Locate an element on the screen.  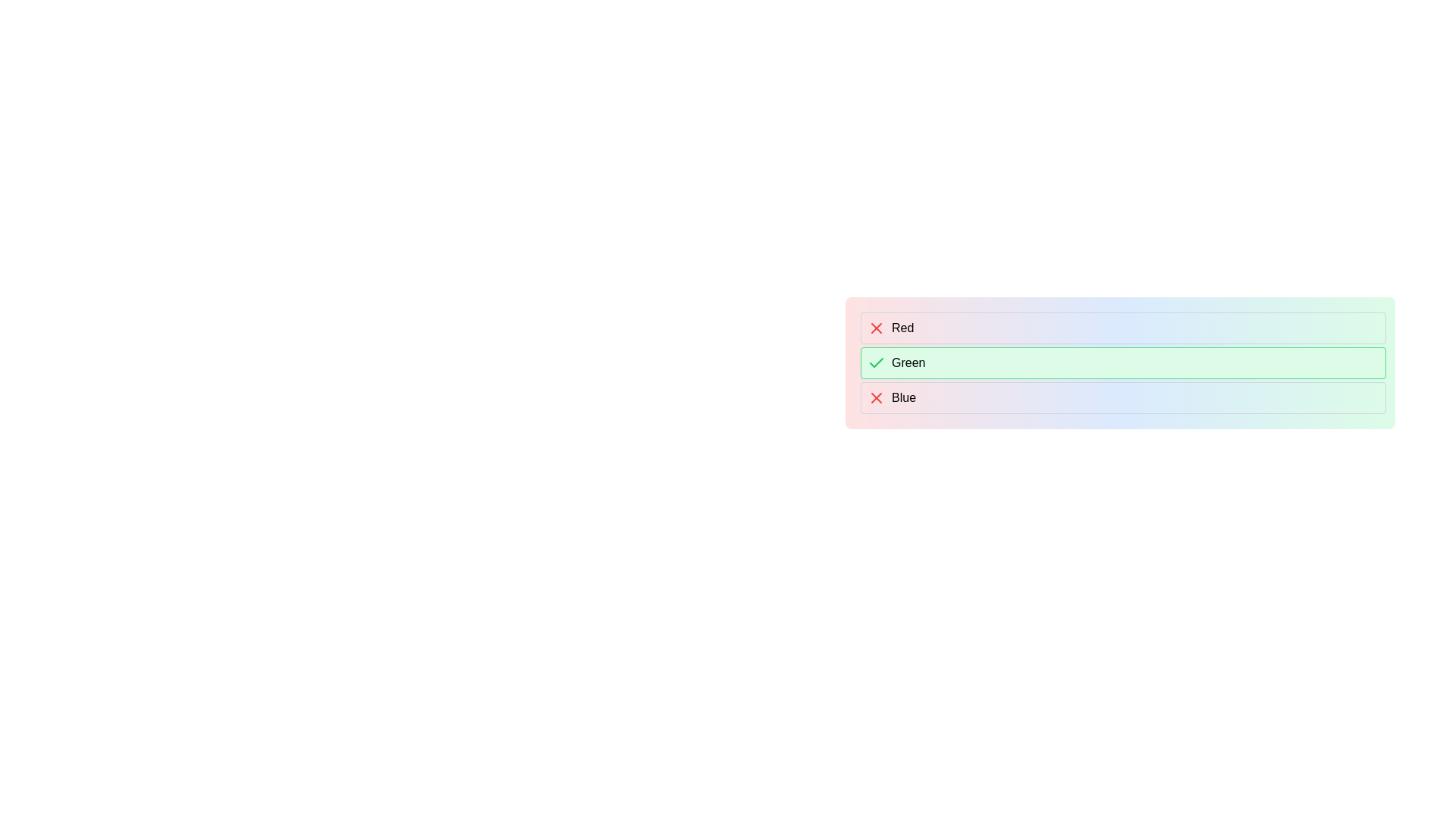
the check icon located within the green rectangle that signifies the selection of the 'Green' option, positioned to the left of the text 'Green' is located at coordinates (877, 362).